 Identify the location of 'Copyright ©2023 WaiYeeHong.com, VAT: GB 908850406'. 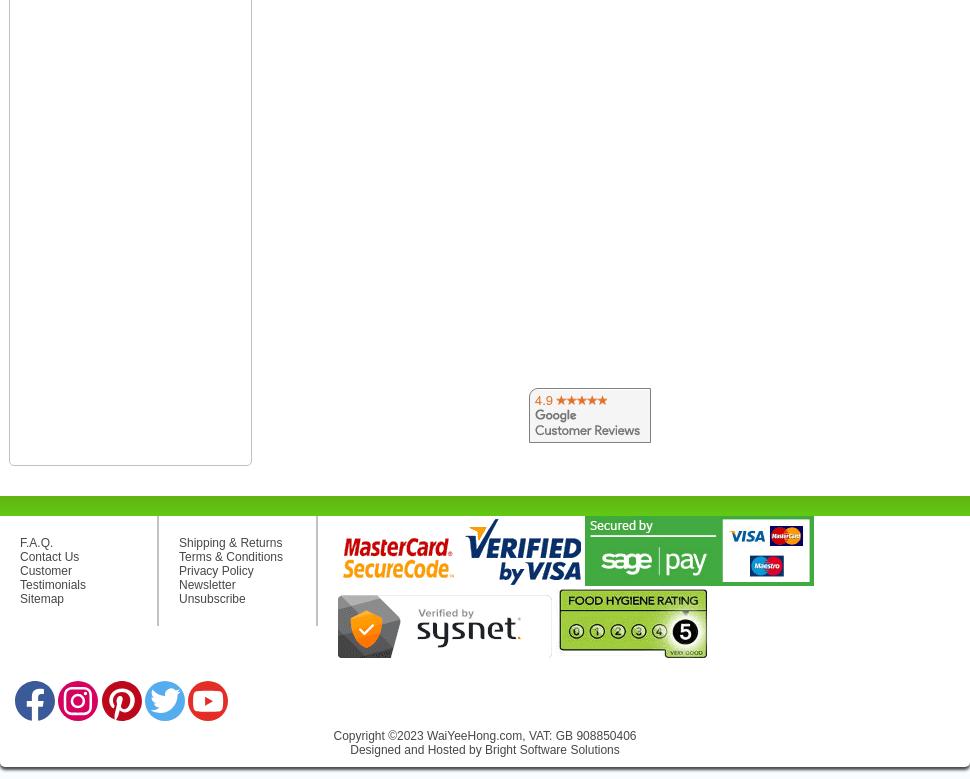
(333, 734).